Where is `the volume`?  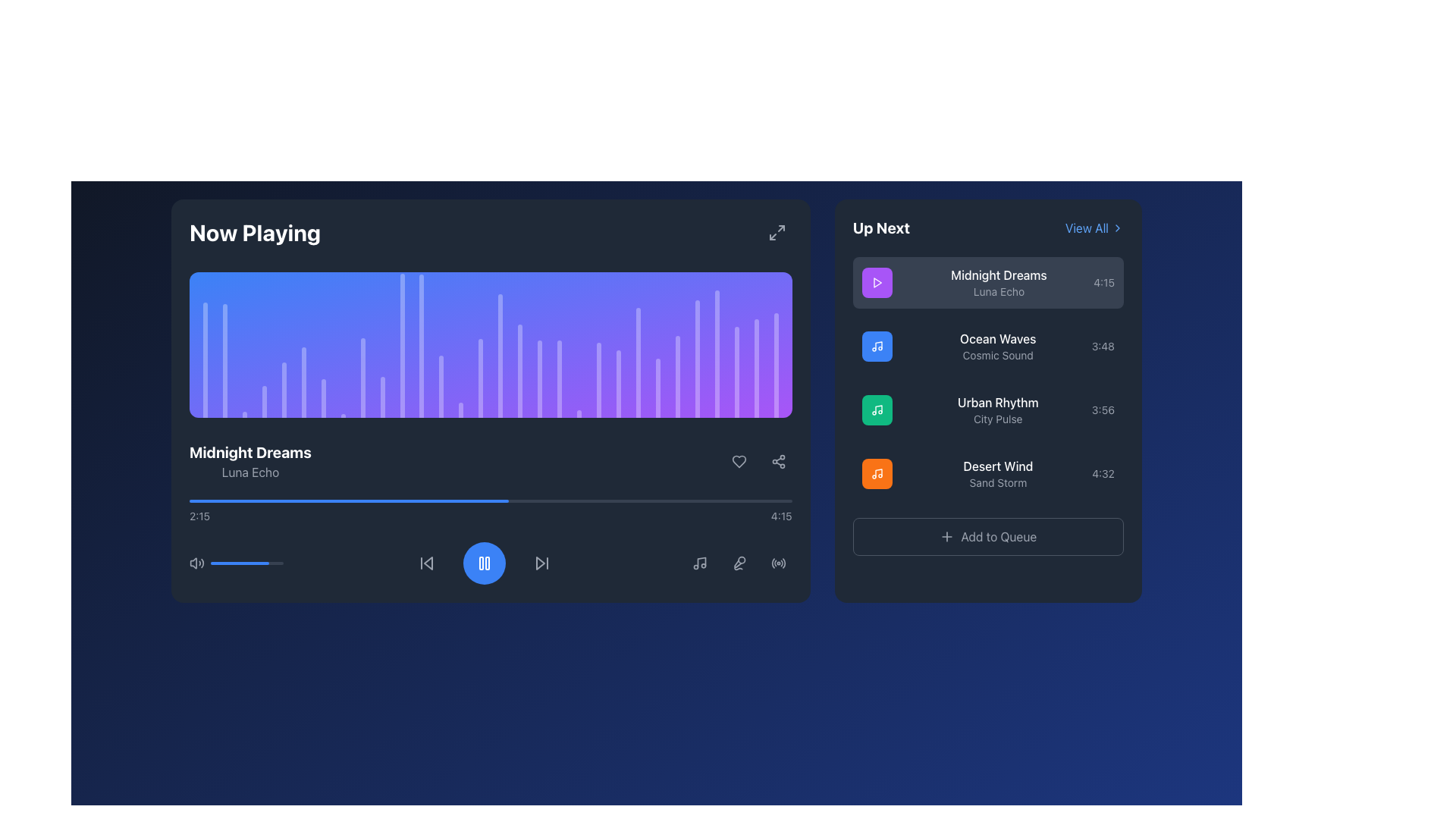 the volume is located at coordinates (265, 563).